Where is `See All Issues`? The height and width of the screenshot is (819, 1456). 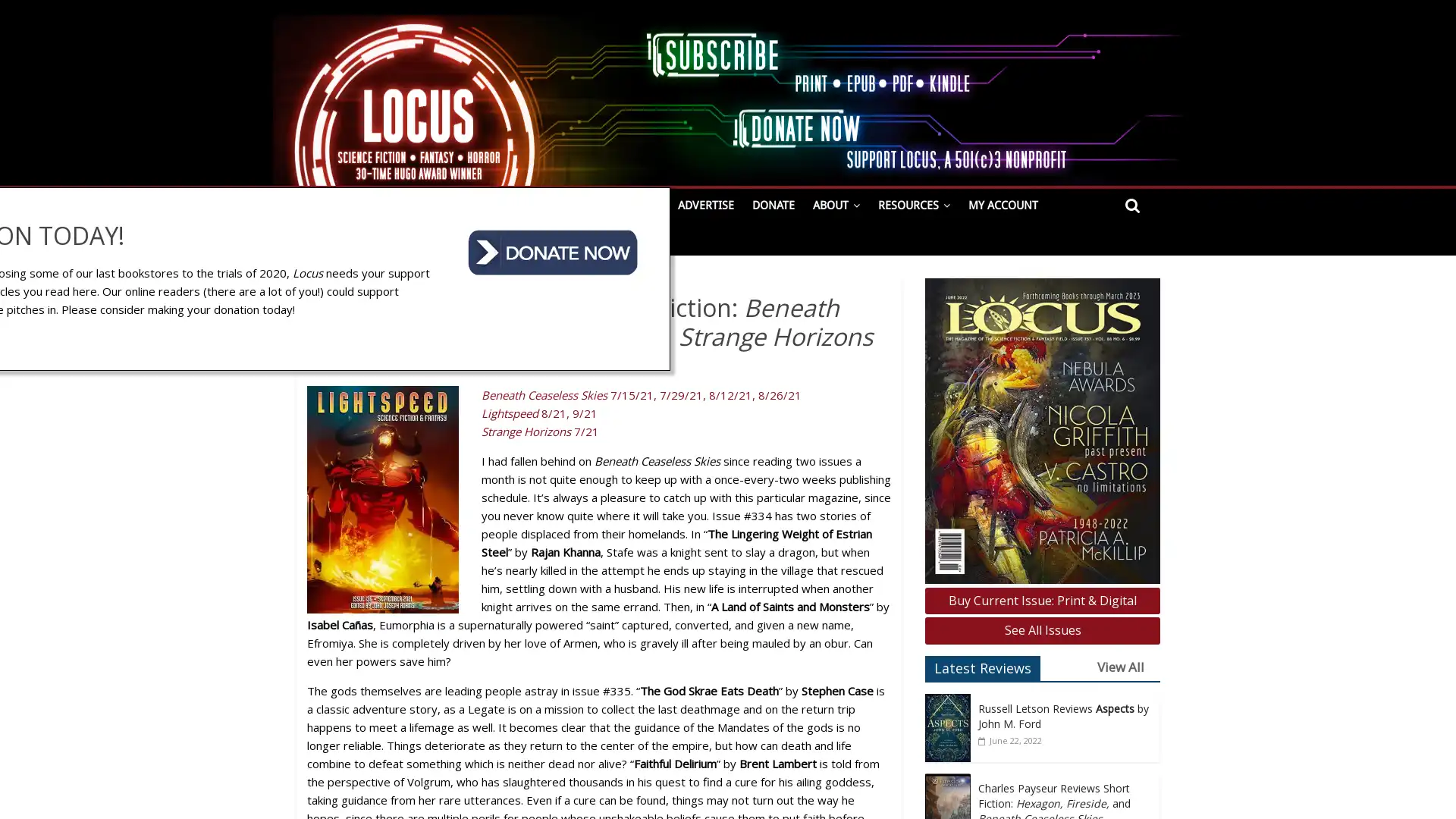
See All Issues is located at coordinates (1041, 630).